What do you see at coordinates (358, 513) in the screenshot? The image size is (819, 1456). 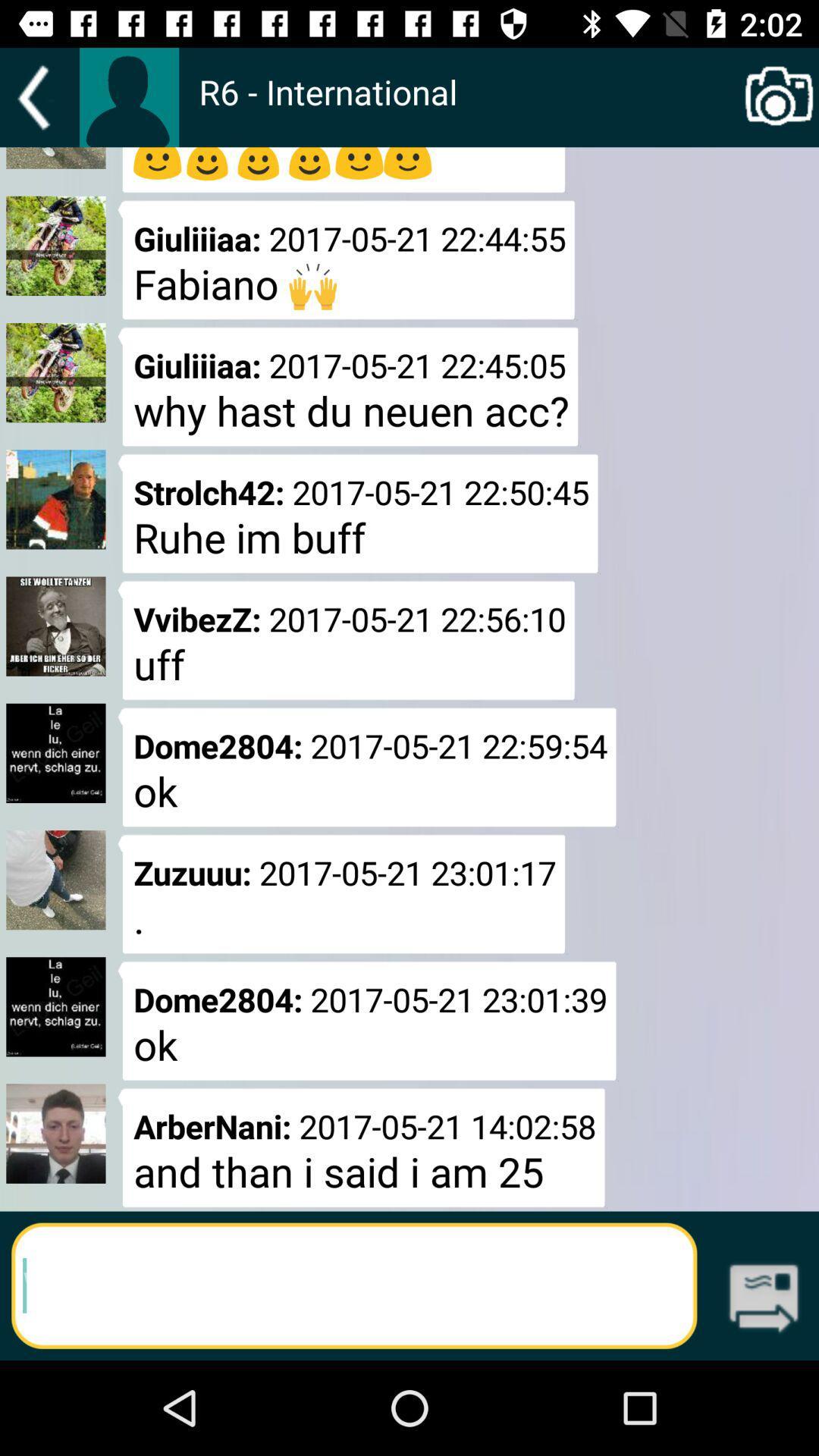 I see `the app below the giuliiiaa 2017 05 item` at bounding box center [358, 513].